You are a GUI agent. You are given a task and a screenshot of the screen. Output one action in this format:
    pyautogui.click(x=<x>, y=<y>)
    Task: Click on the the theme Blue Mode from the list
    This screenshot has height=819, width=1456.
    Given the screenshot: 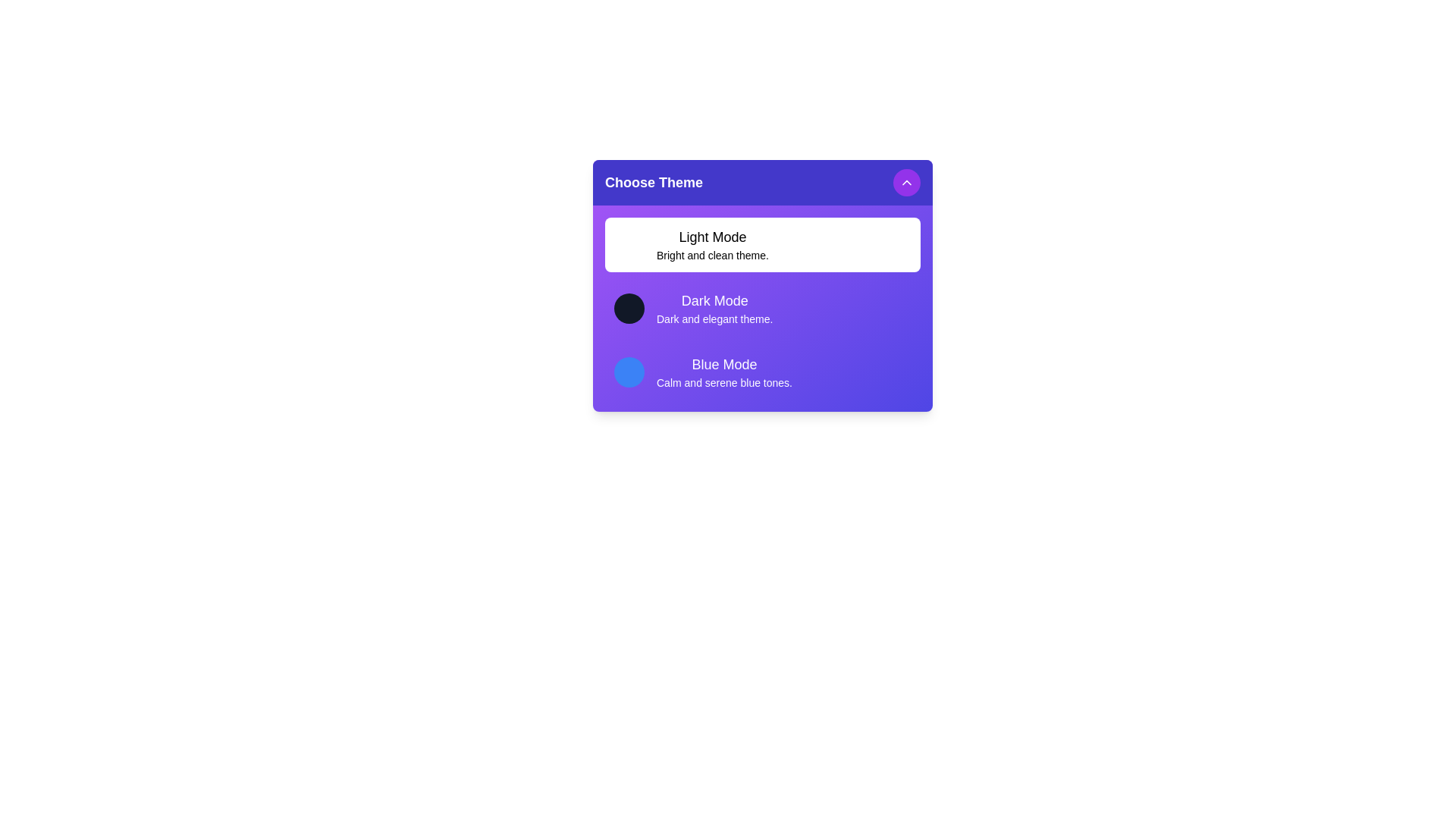 What is the action you would take?
    pyautogui.click(x=763, y=372)
    